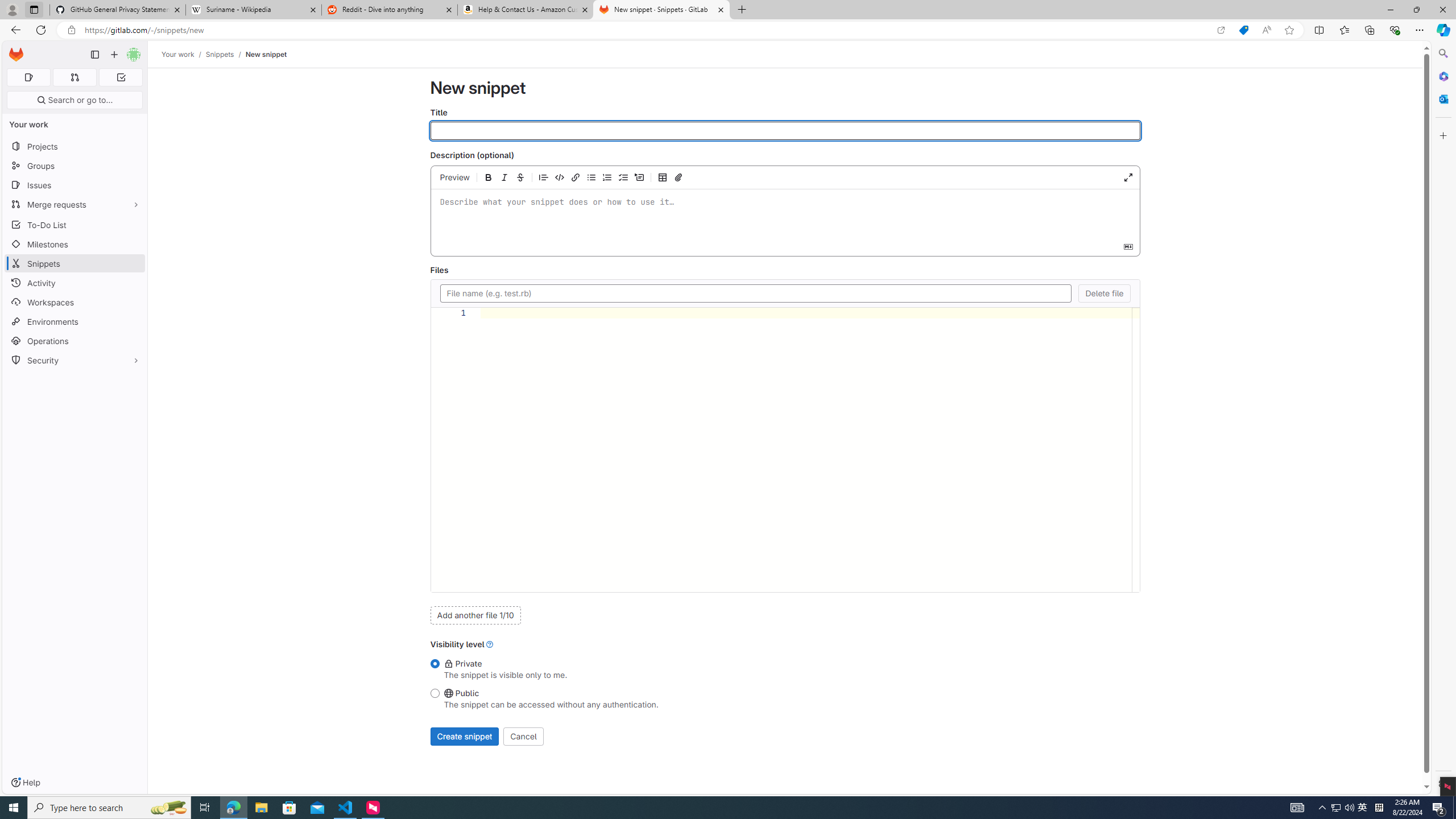  I want to click on 'Add strikethrough text (Ctrl+Shift+X)', so click(520, 176).